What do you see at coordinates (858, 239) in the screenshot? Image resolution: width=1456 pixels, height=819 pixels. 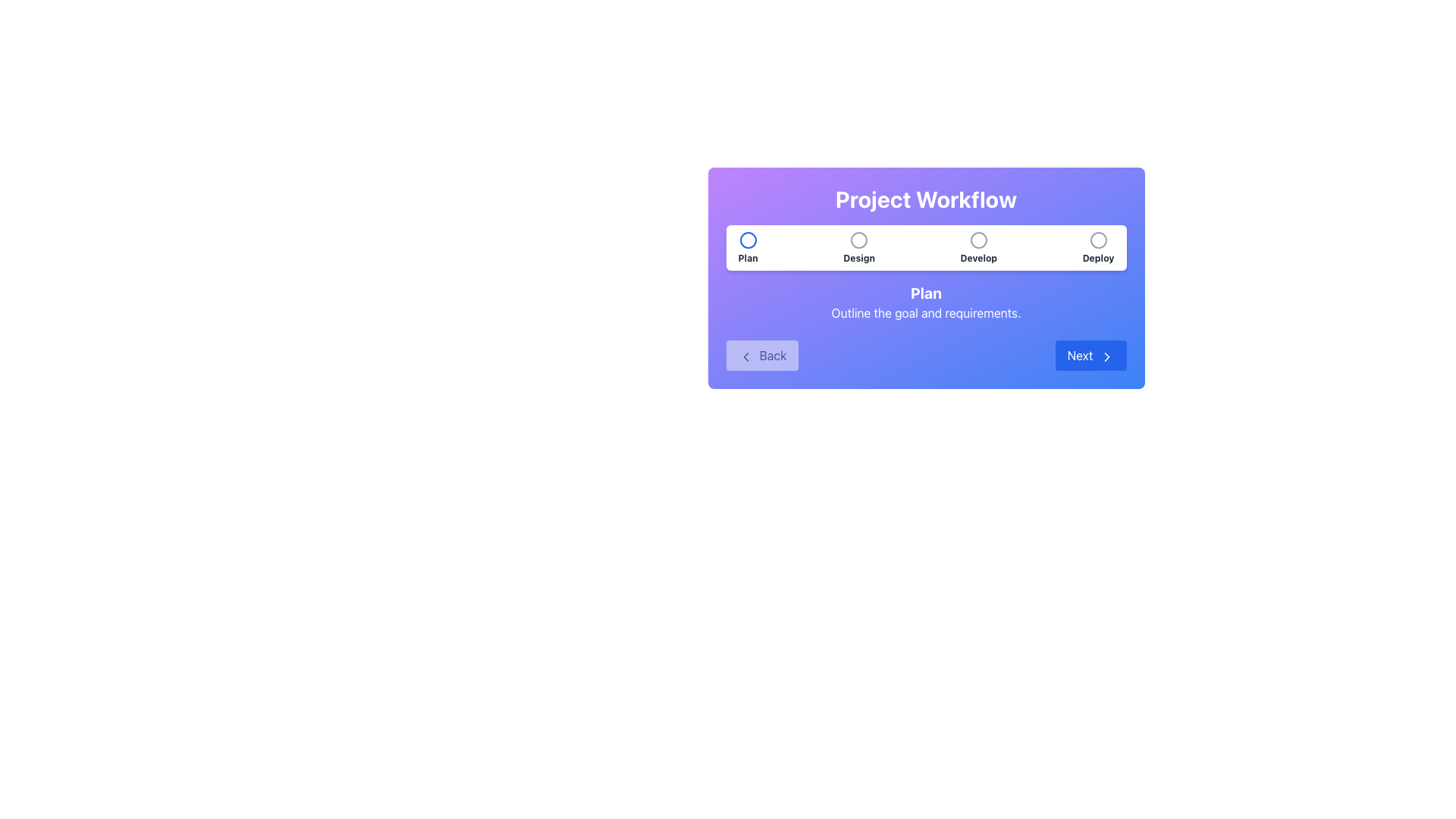 I see `the Step indicator icon for the 'Design' phase in the project workflow interface, located at the center of the interface, just below the title 'Project Workflow'` at bounding box center [858, 239].